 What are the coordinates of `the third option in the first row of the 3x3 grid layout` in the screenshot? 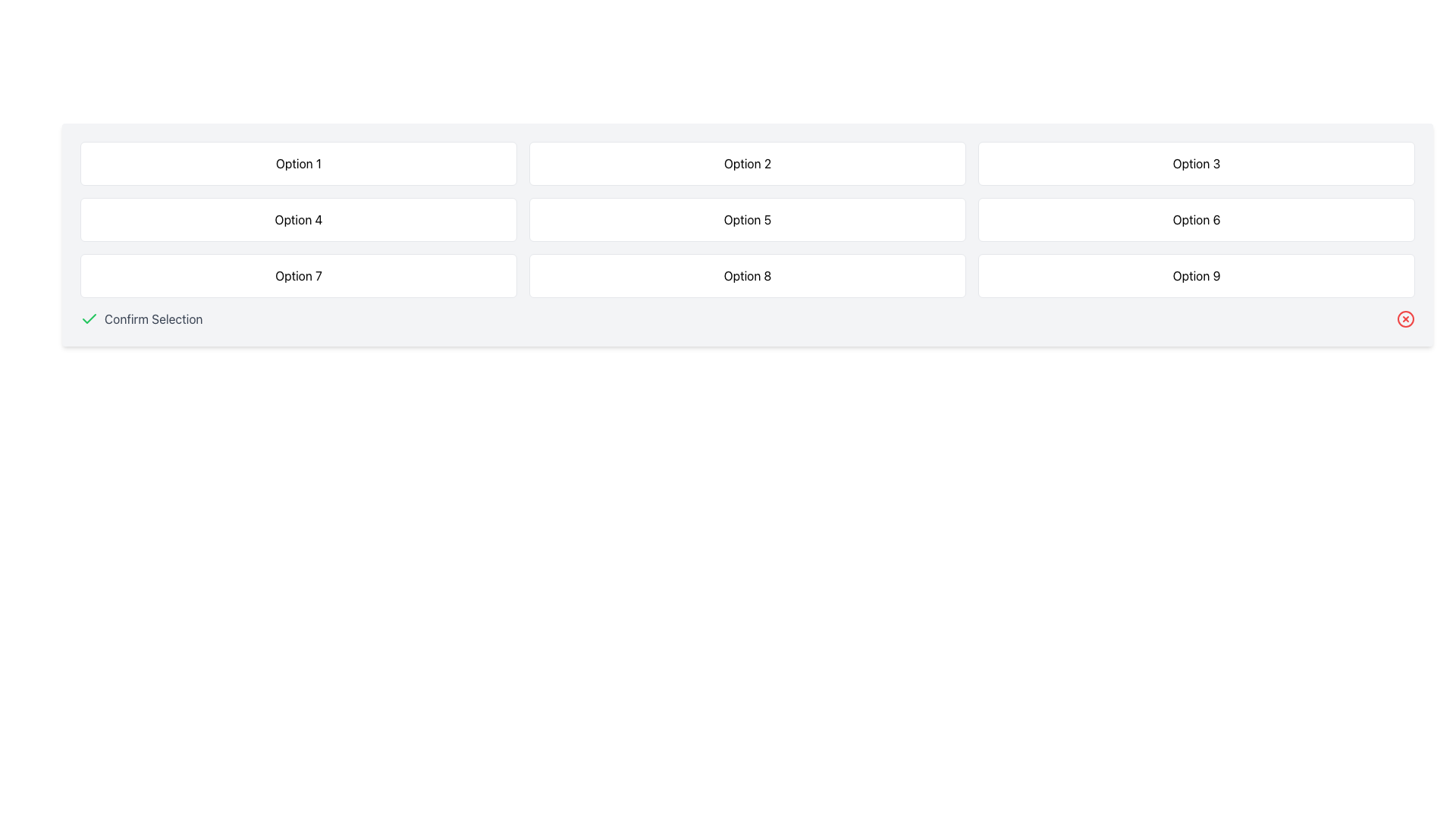 It's located at (1196, 164).